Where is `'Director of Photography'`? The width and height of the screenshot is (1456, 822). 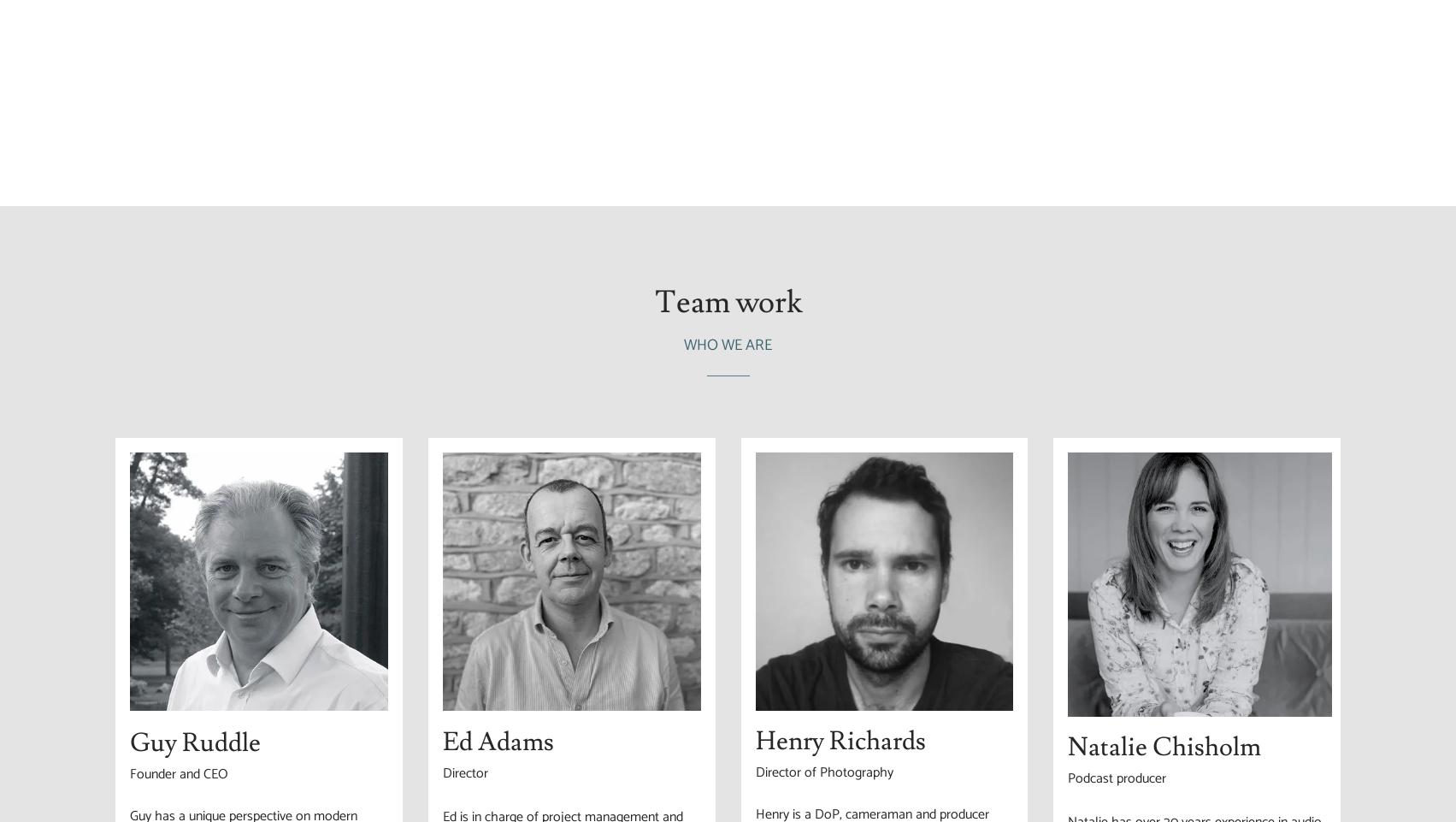 'Director of Photography' is located at coordinates (822, 772).